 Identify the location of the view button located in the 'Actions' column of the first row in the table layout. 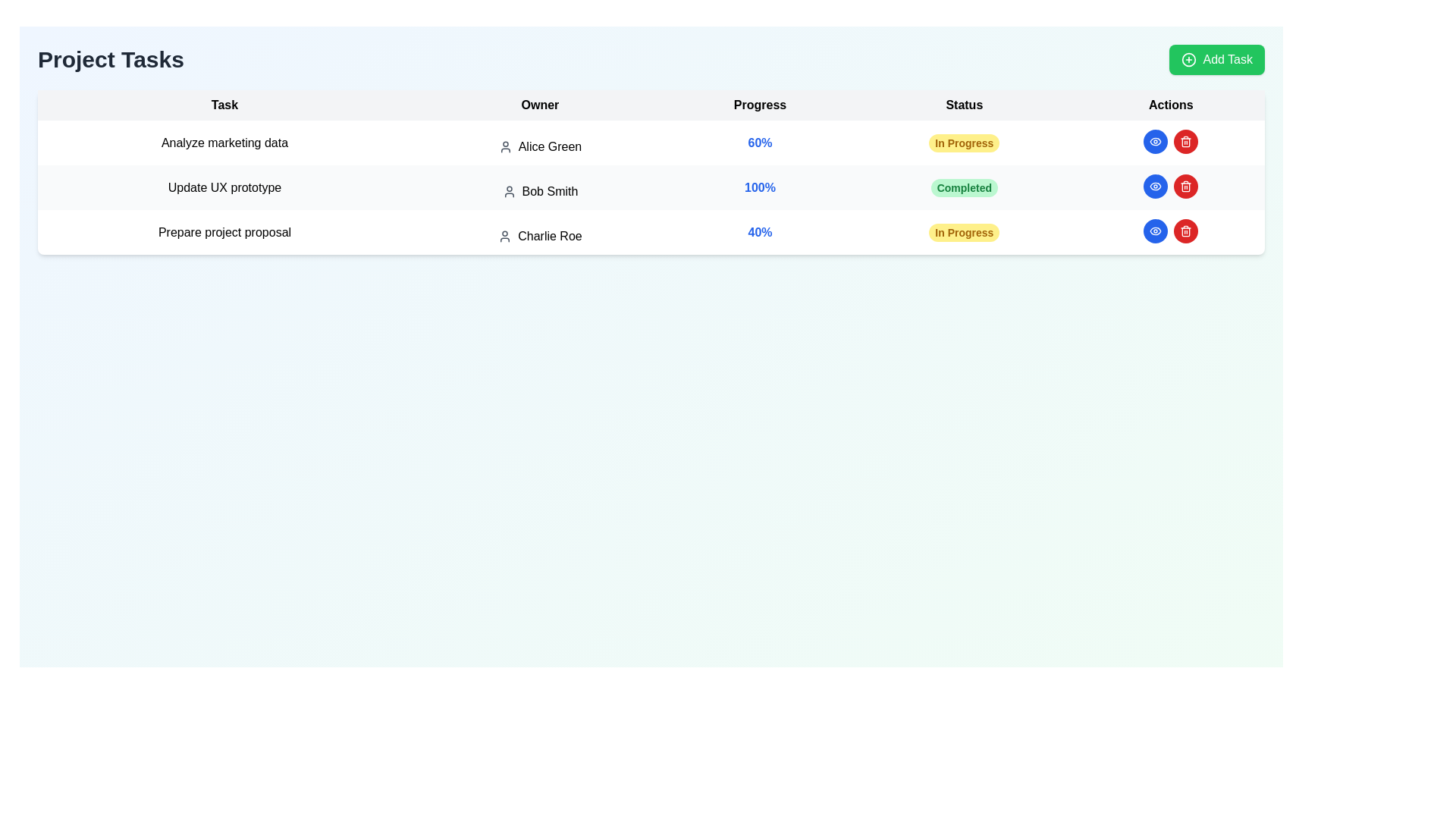
(1154, 141).